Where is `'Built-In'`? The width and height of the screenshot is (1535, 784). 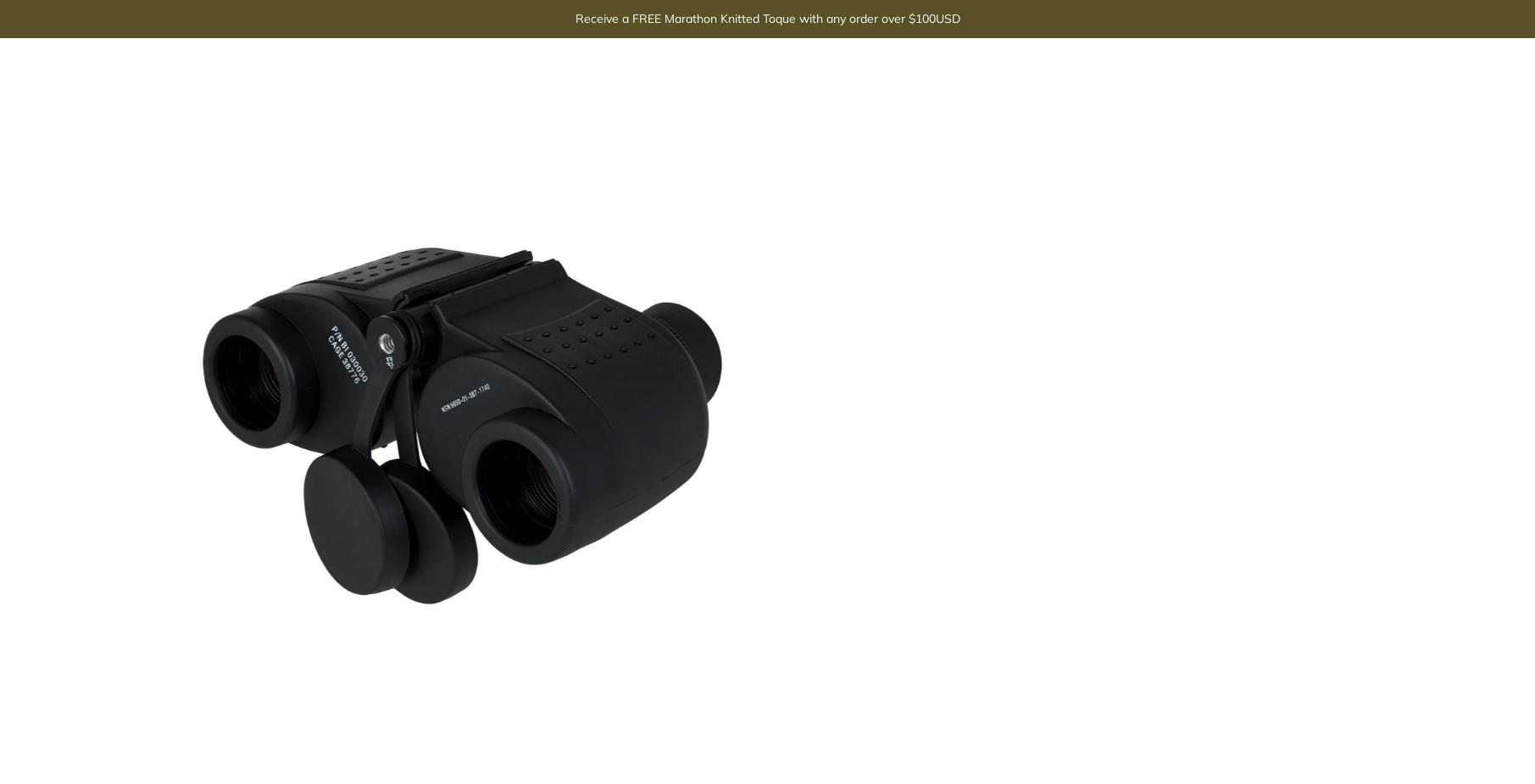 'Built-In' is located at coordinates (1022, 193).